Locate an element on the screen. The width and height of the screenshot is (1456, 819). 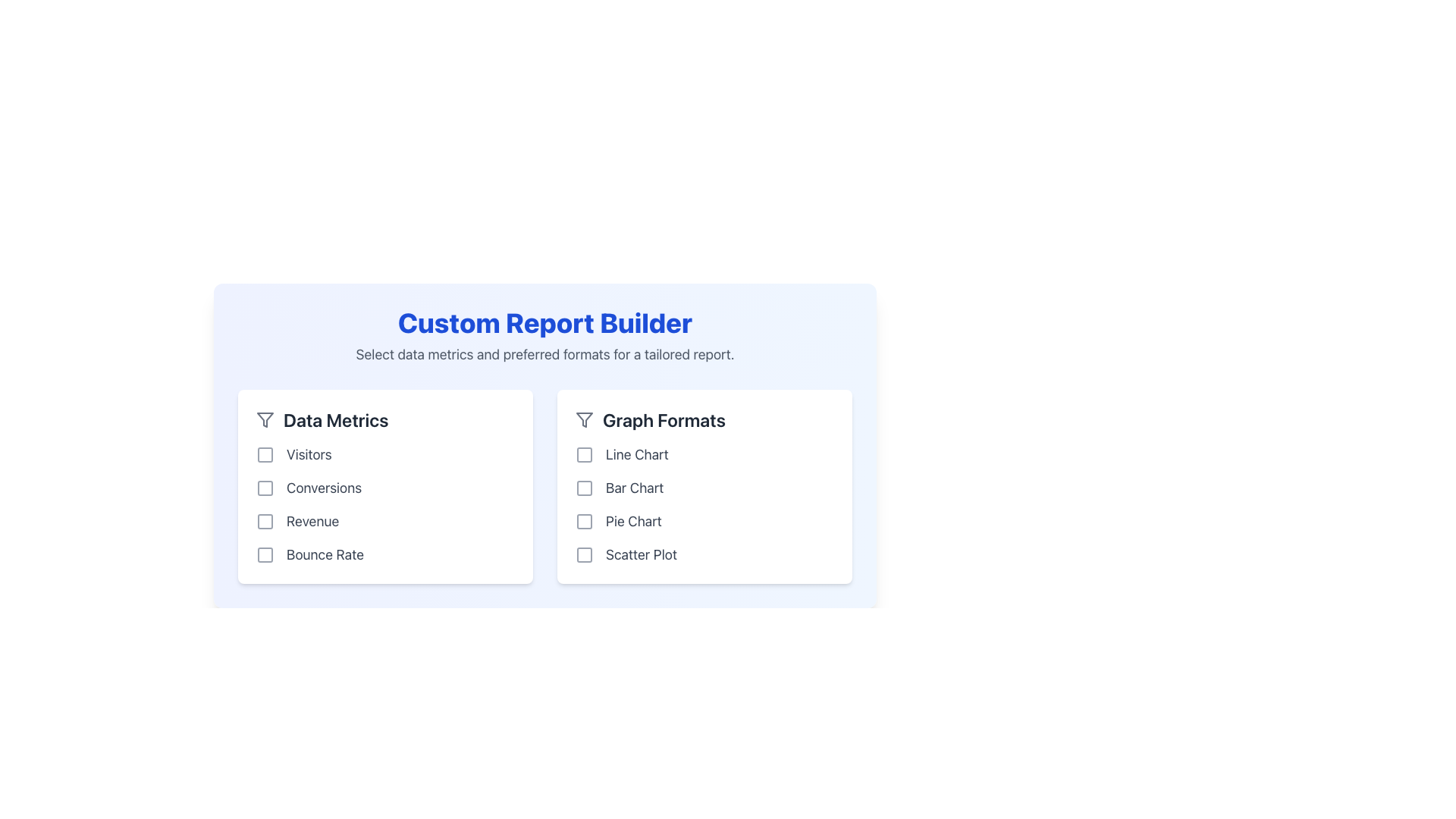
the checkbox icon for the 'Pie Chart' option located in the 'Graph Formats' section is located at coordinates (584, 520).